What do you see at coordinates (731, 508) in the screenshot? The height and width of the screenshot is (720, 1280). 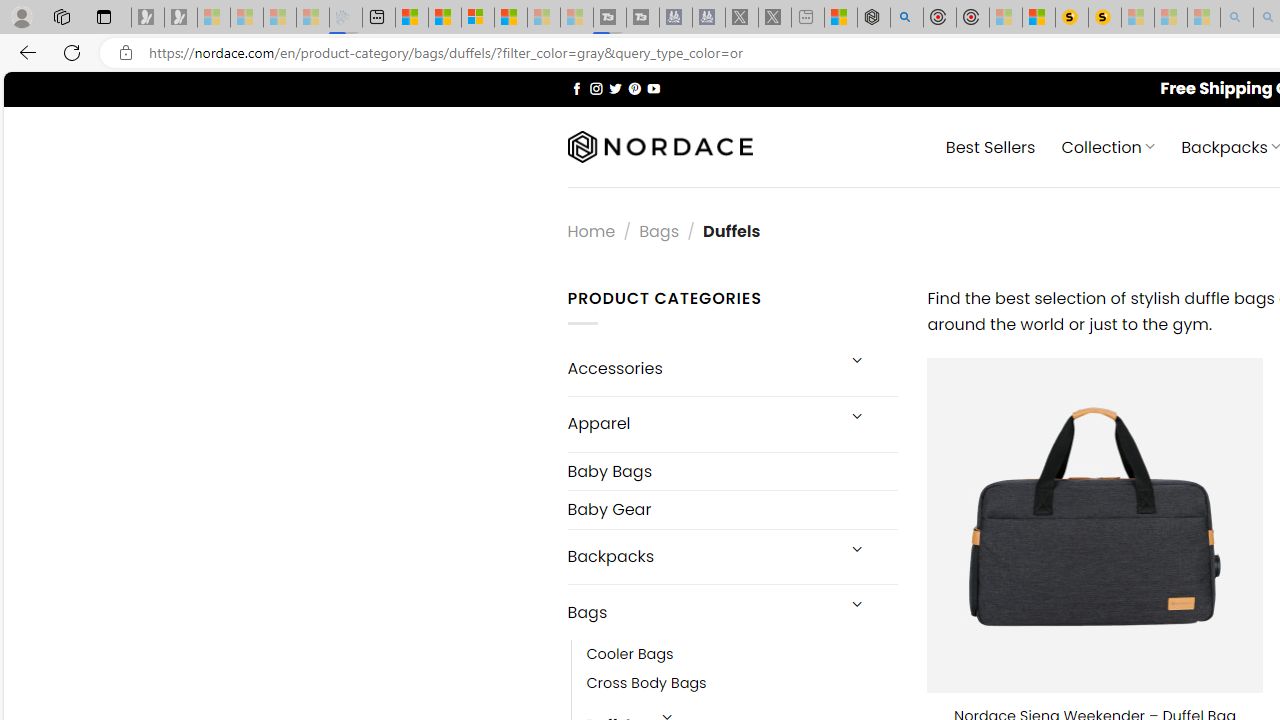 I see `'Baby Gear'` at bounding box center [731, 508].